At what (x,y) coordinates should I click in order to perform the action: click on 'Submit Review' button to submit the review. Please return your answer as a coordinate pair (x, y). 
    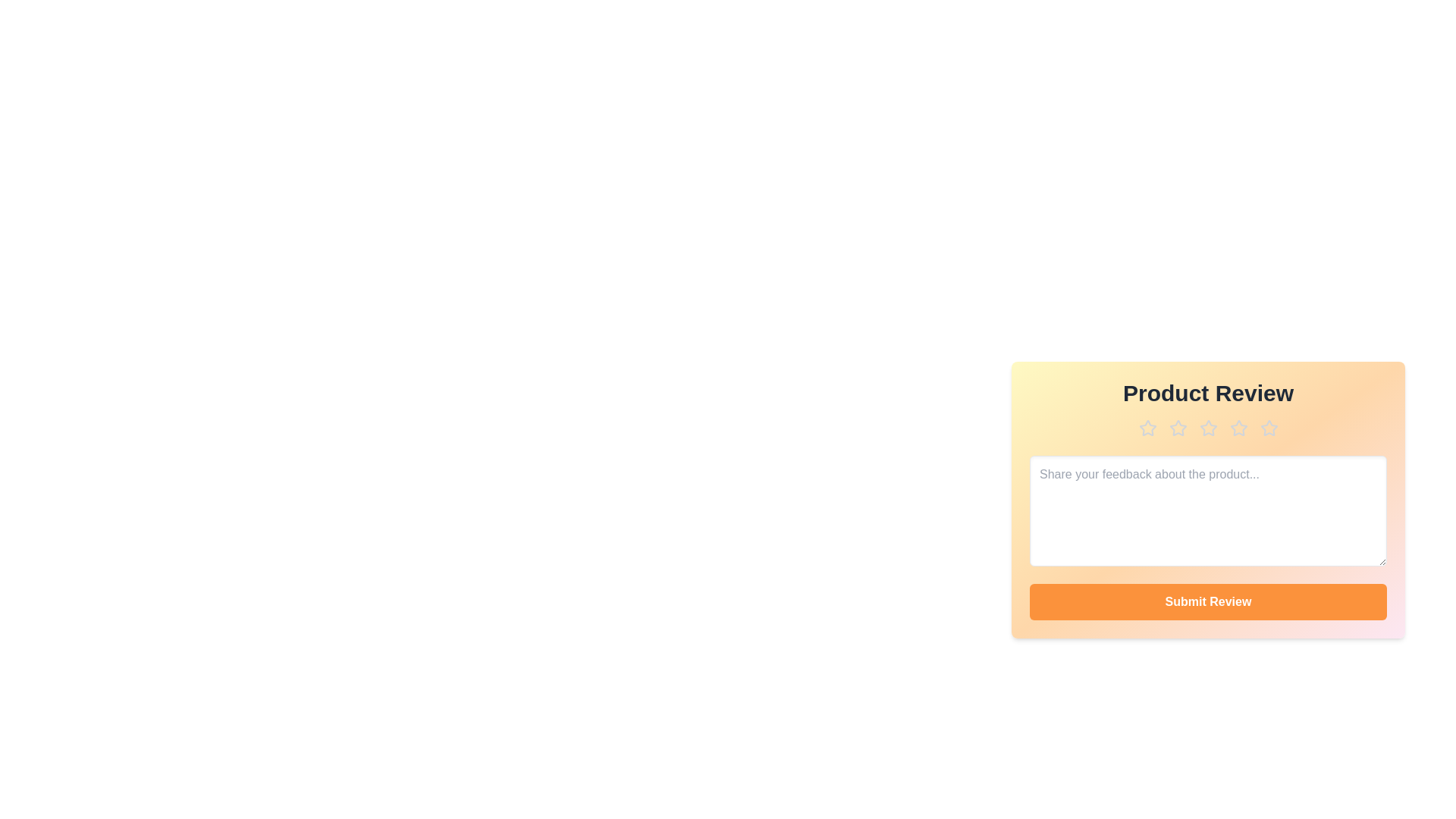
    Looking at the image, I should click on (1207, 601).